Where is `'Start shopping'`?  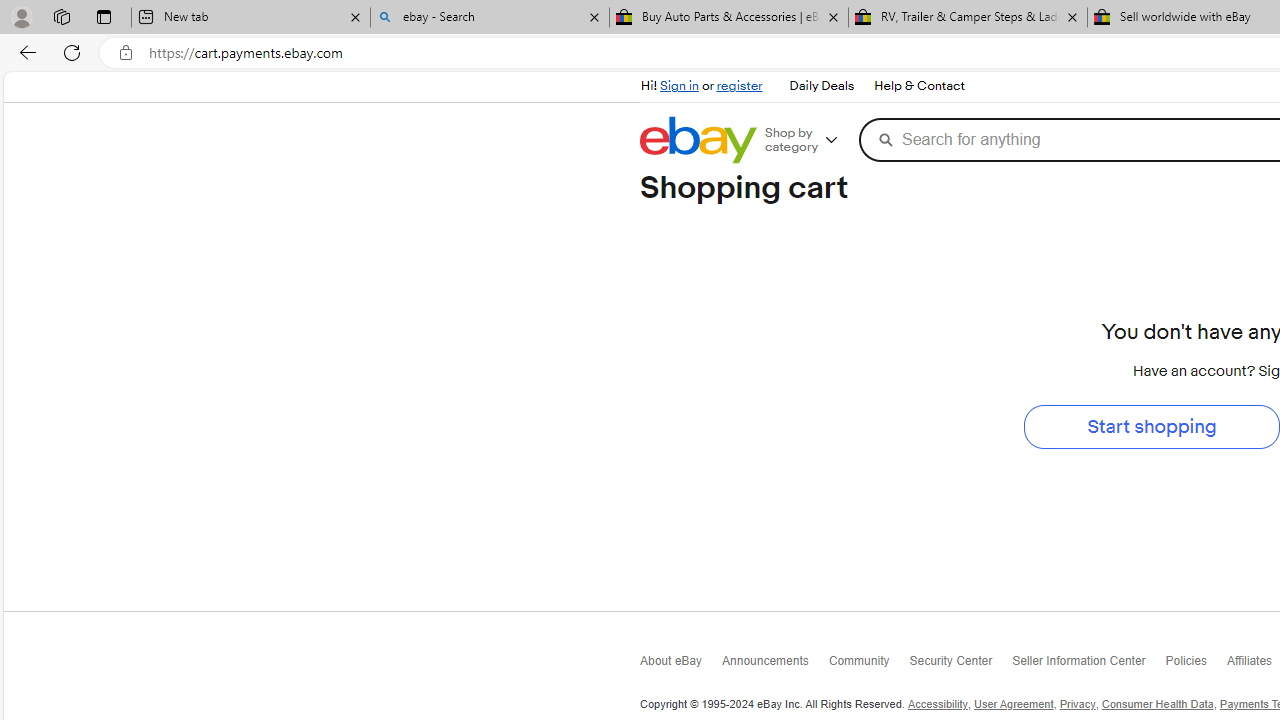 'Start shopping' is located at coordinates (1152, 425).